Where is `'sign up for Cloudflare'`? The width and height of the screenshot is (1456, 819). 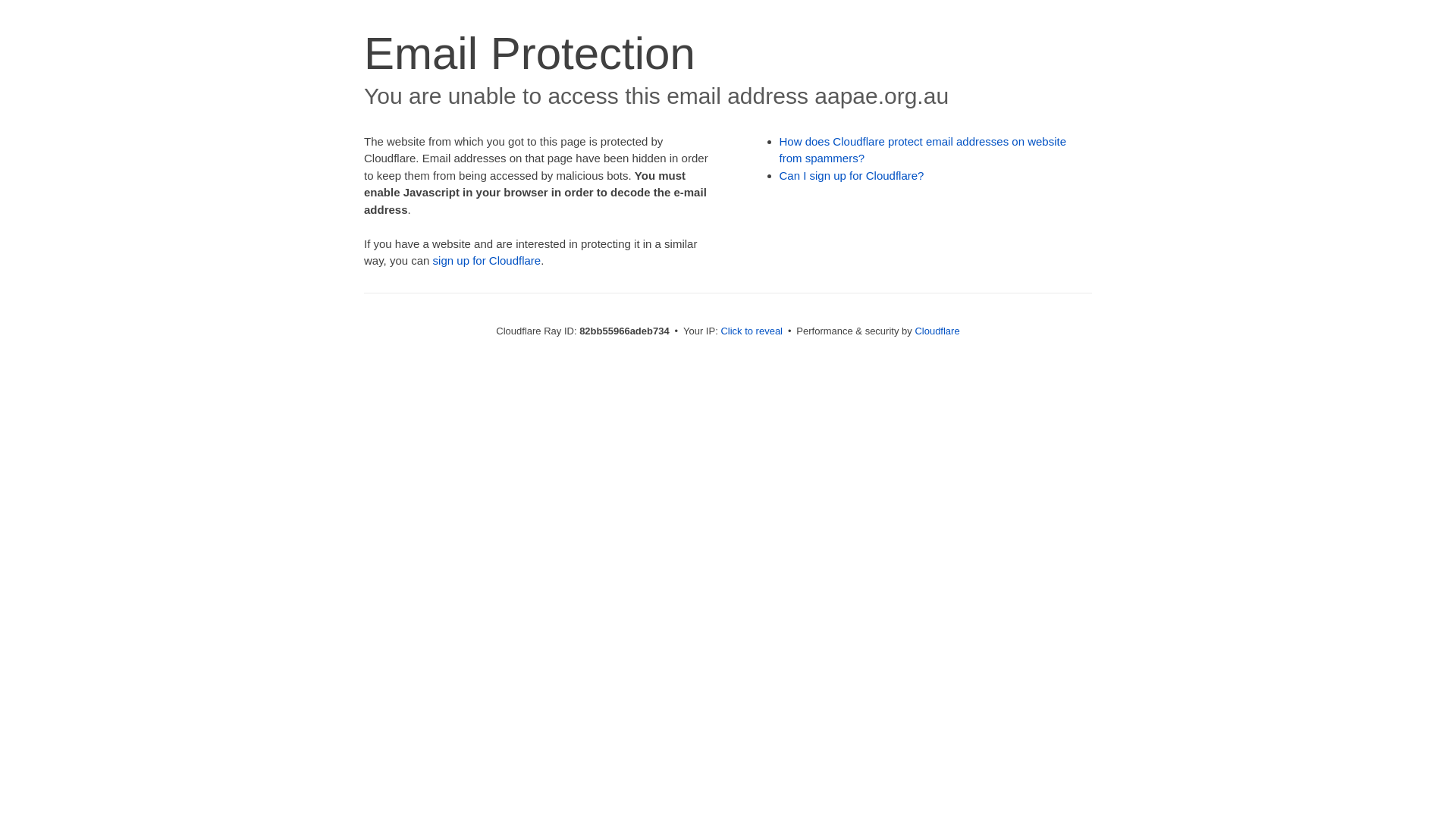 'sign up for Cloudflare' is located at coordinates (487, 259).